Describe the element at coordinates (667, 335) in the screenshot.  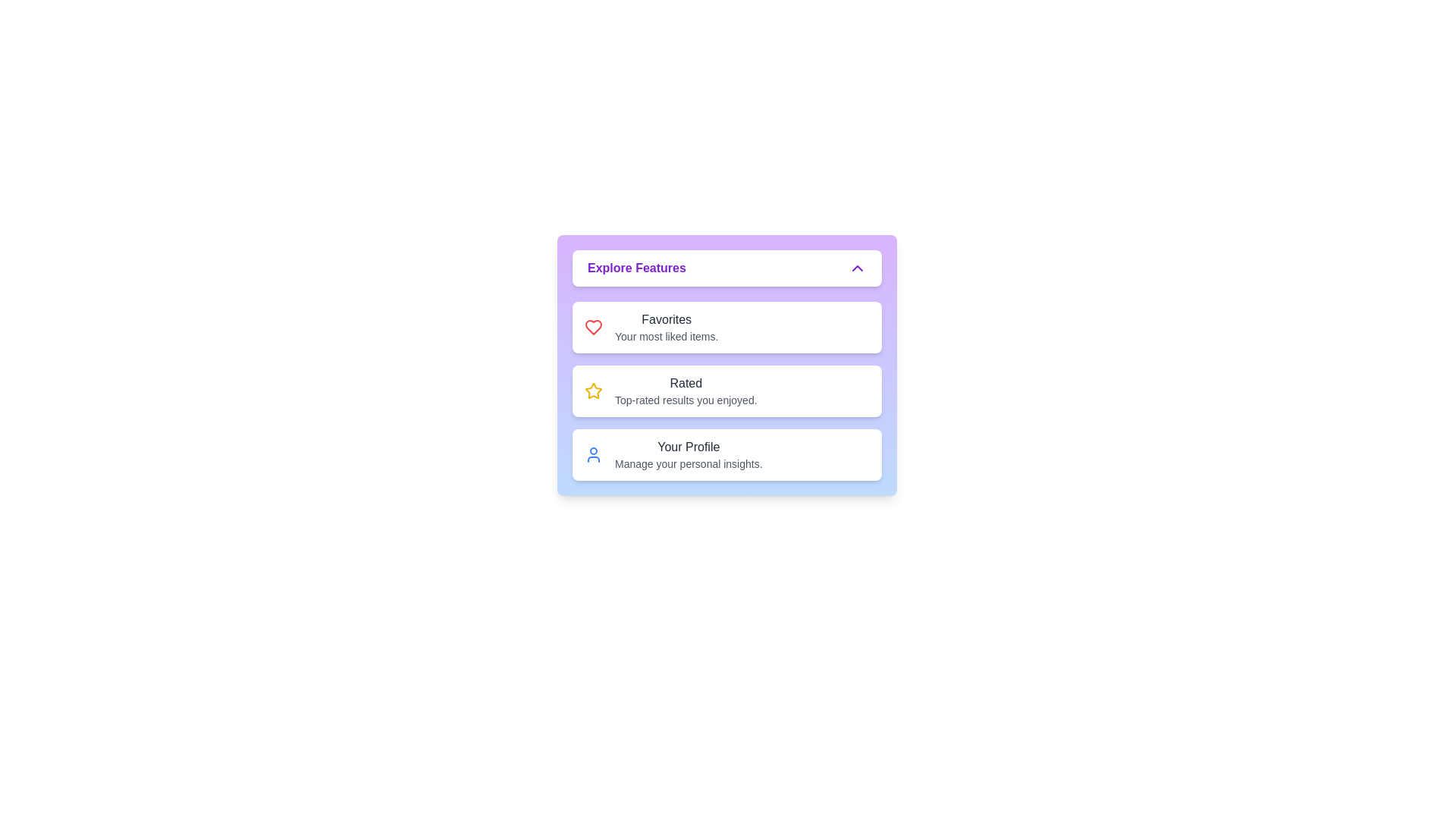
I see `the descriptive text element located directly below the 'Favorites' title in the feature menu list` at that location.